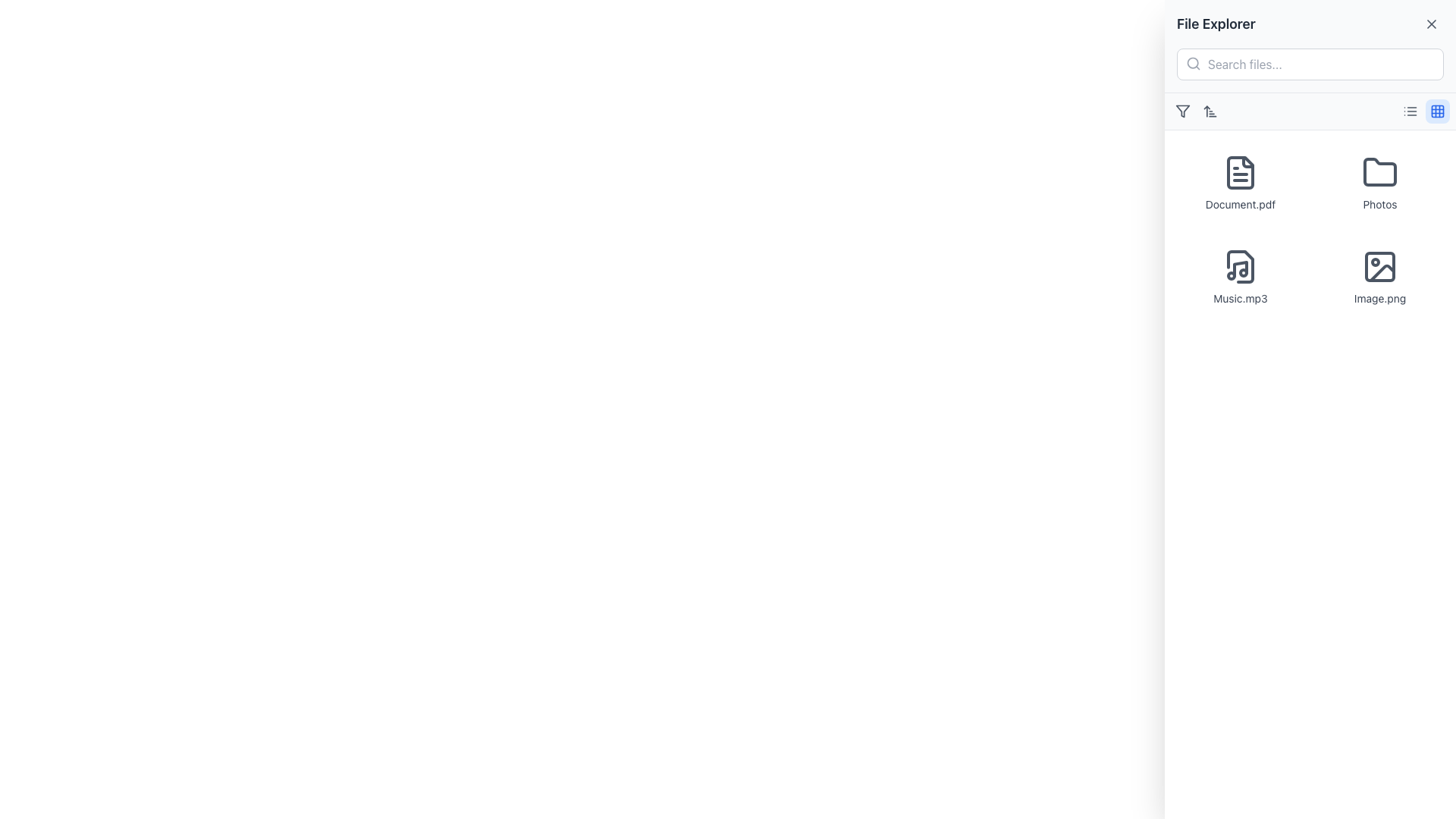 This screenshot has height=819, width=1456. I want to click on the 'Photos' folder icon, so click(1379, 183).